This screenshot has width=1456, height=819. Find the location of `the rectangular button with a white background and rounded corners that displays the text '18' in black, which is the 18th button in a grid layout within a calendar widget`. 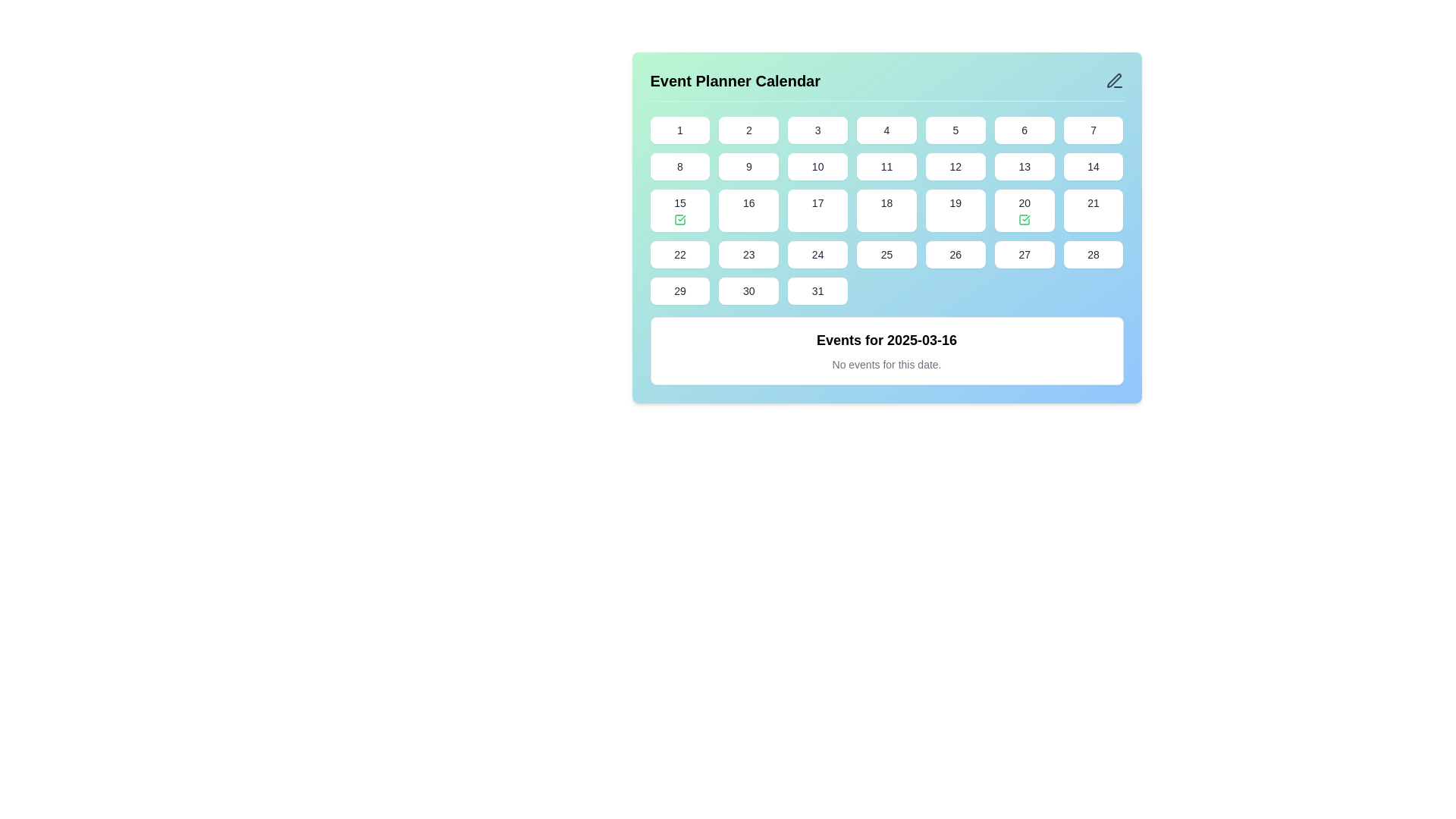

the rectangular button with a white background and rounded corners that displays the text '18' in black, which is the 18th button in a grid layout within a calendar widget is located at coordinates (886, 210).